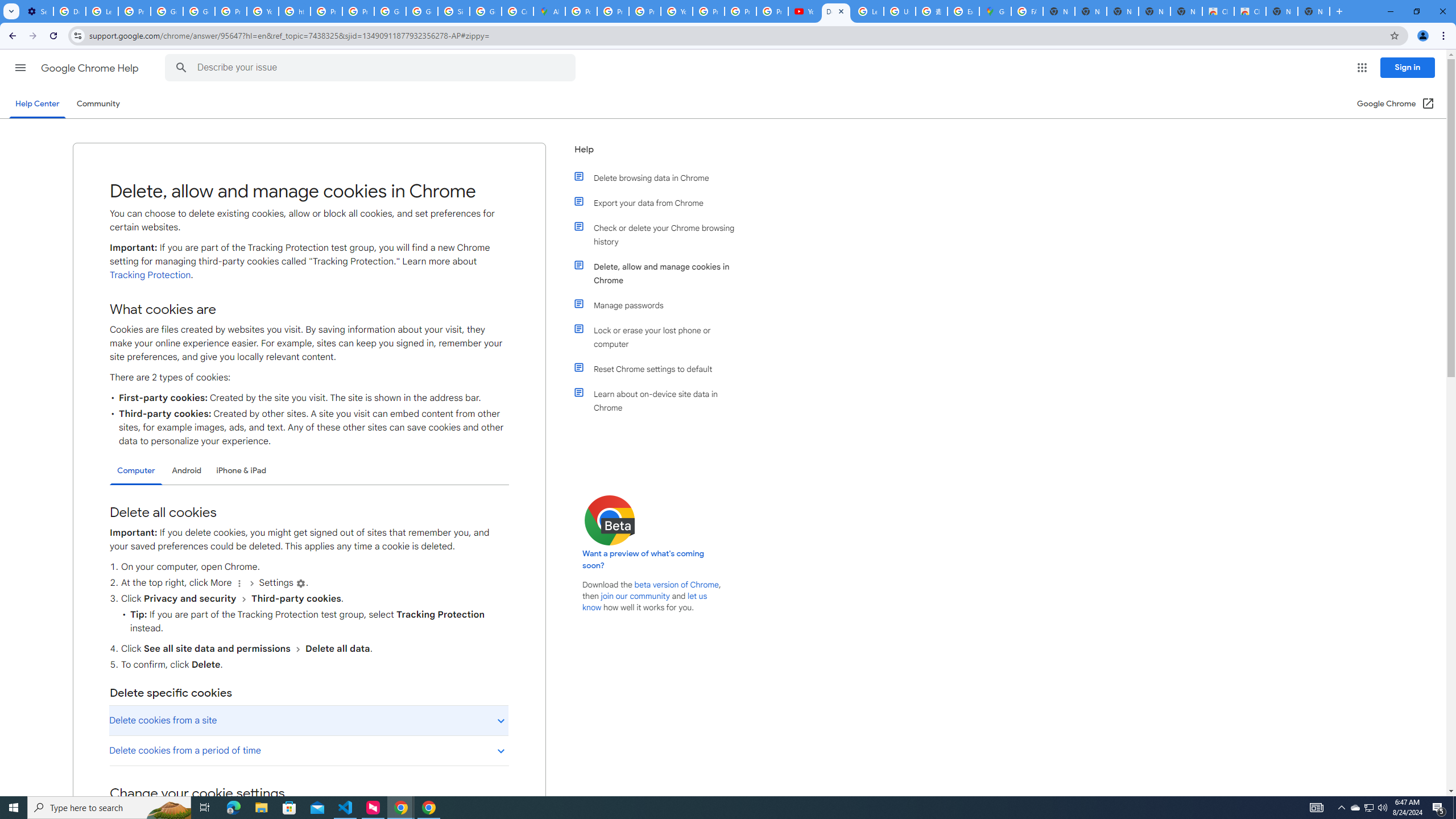 Image resolution: width=1456 pixels, height=819 pixels. I want to click on 'Google Chrome Help', so click(90, 68).